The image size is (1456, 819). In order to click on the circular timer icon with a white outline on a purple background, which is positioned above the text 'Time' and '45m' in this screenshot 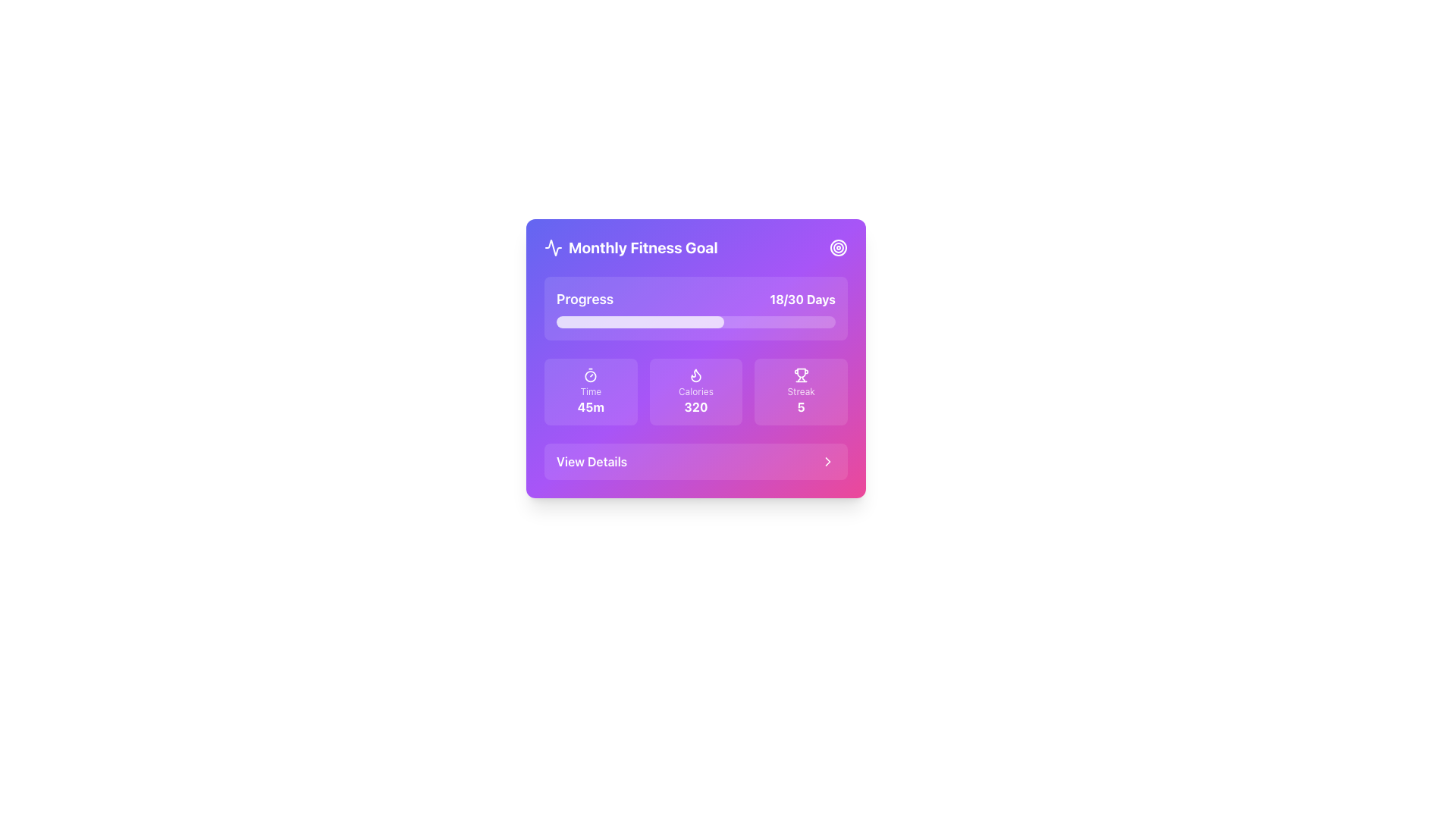, I will do `click(590, 375)`.